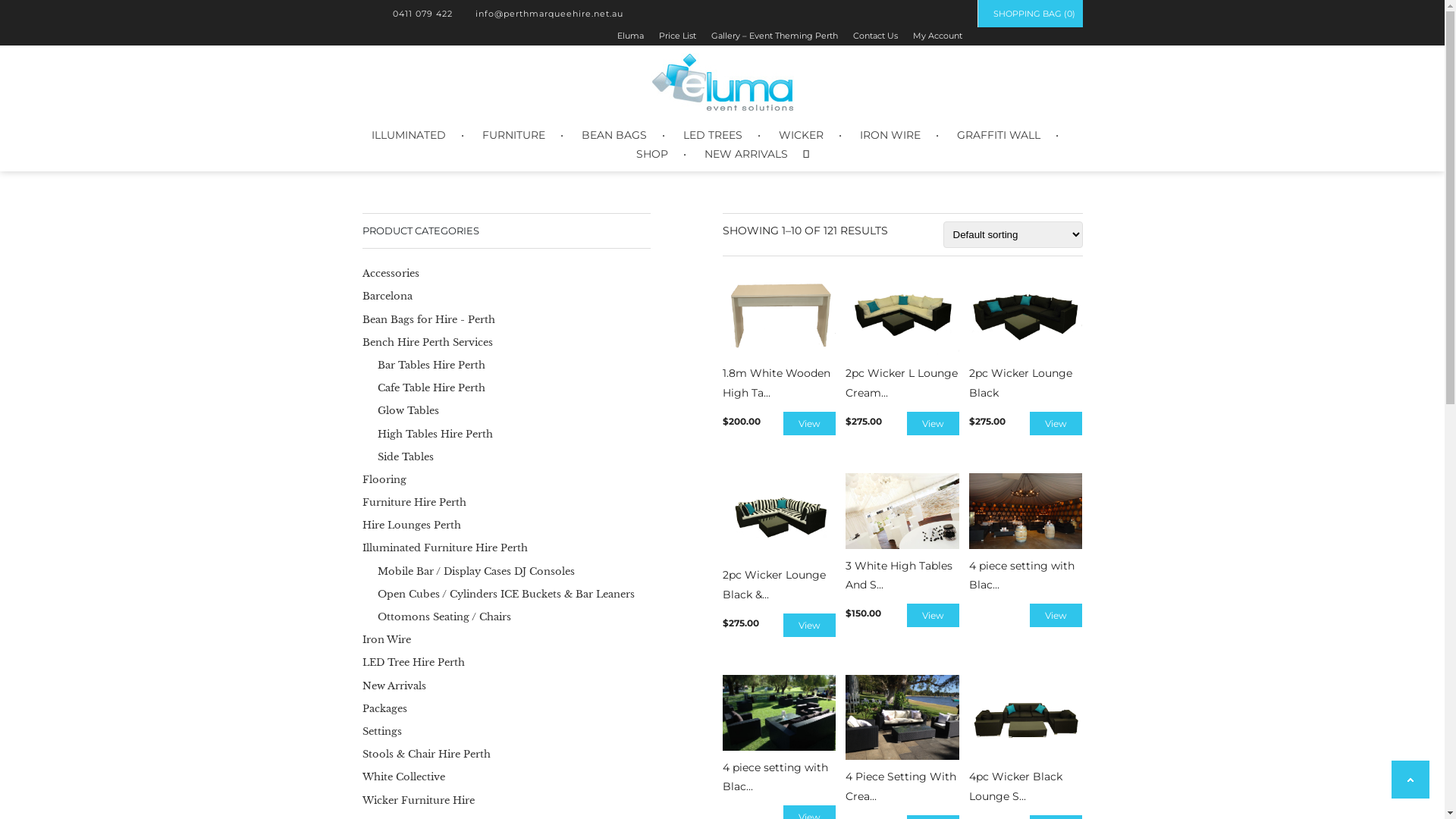 Image resolution: width=1456 pixels, height=819 pixels. What do you see at coordinates (544, 14) in the screenshot?
I see `'info@perthmarqueehire.net.au'` at bounding box center [544, 14].